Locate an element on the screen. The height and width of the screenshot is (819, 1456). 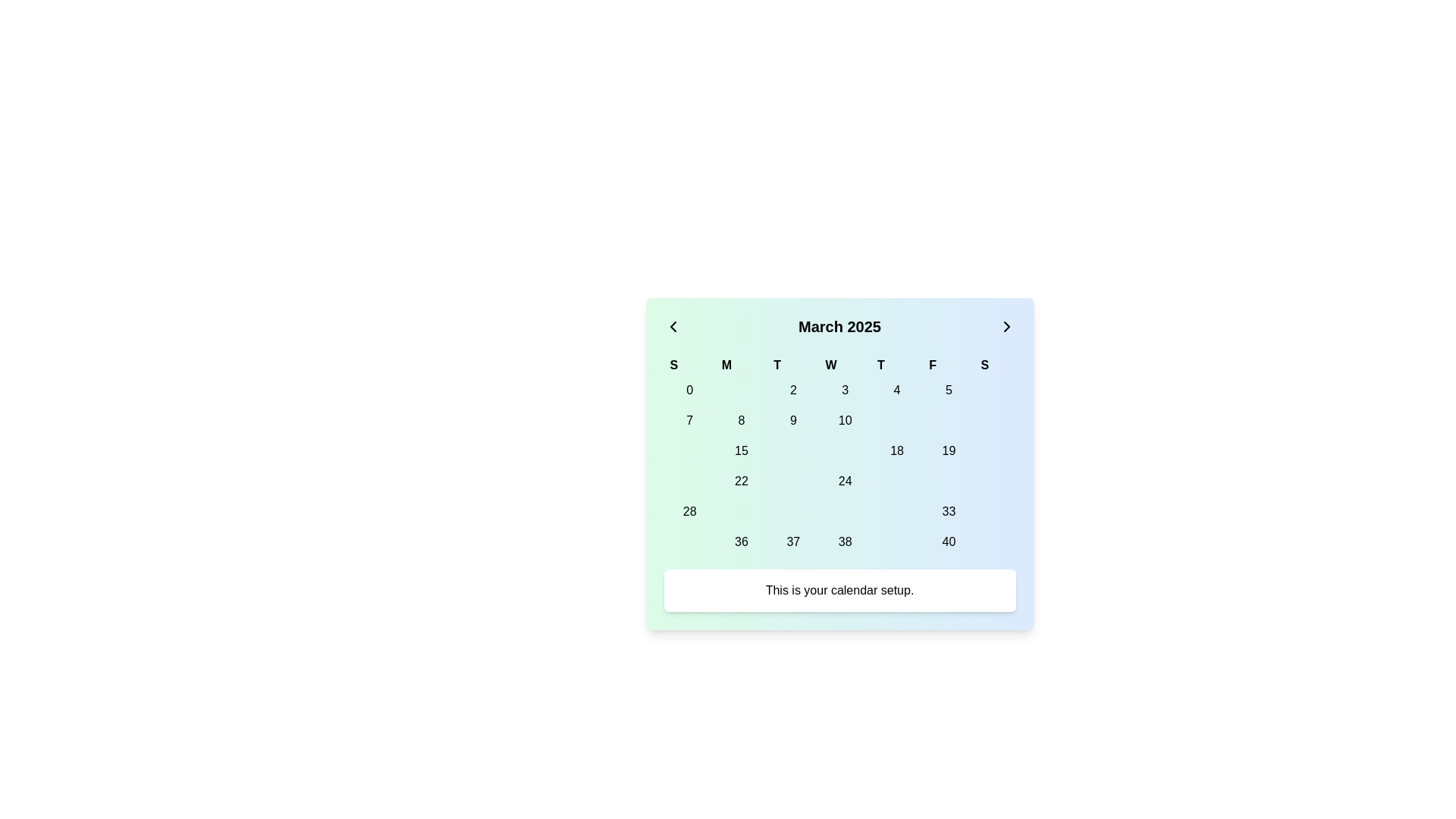
the small, dark-colored circular visual marker that represents a specific day in the calendar interface, located at the fourth position in its row is located at coordinates (843, 450).